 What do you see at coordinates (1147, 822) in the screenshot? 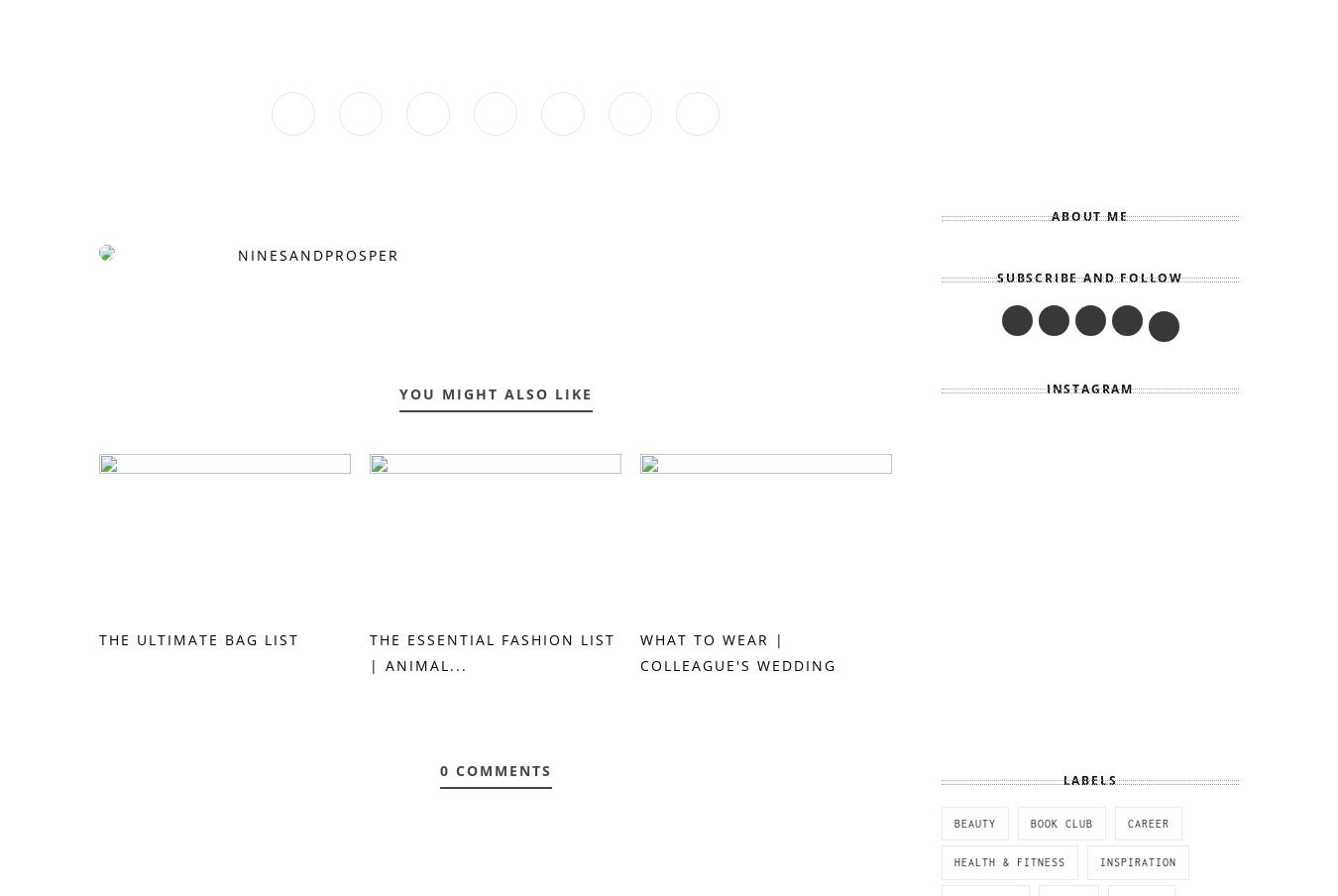
I see `'career'` at bounding box center [1147, 822].